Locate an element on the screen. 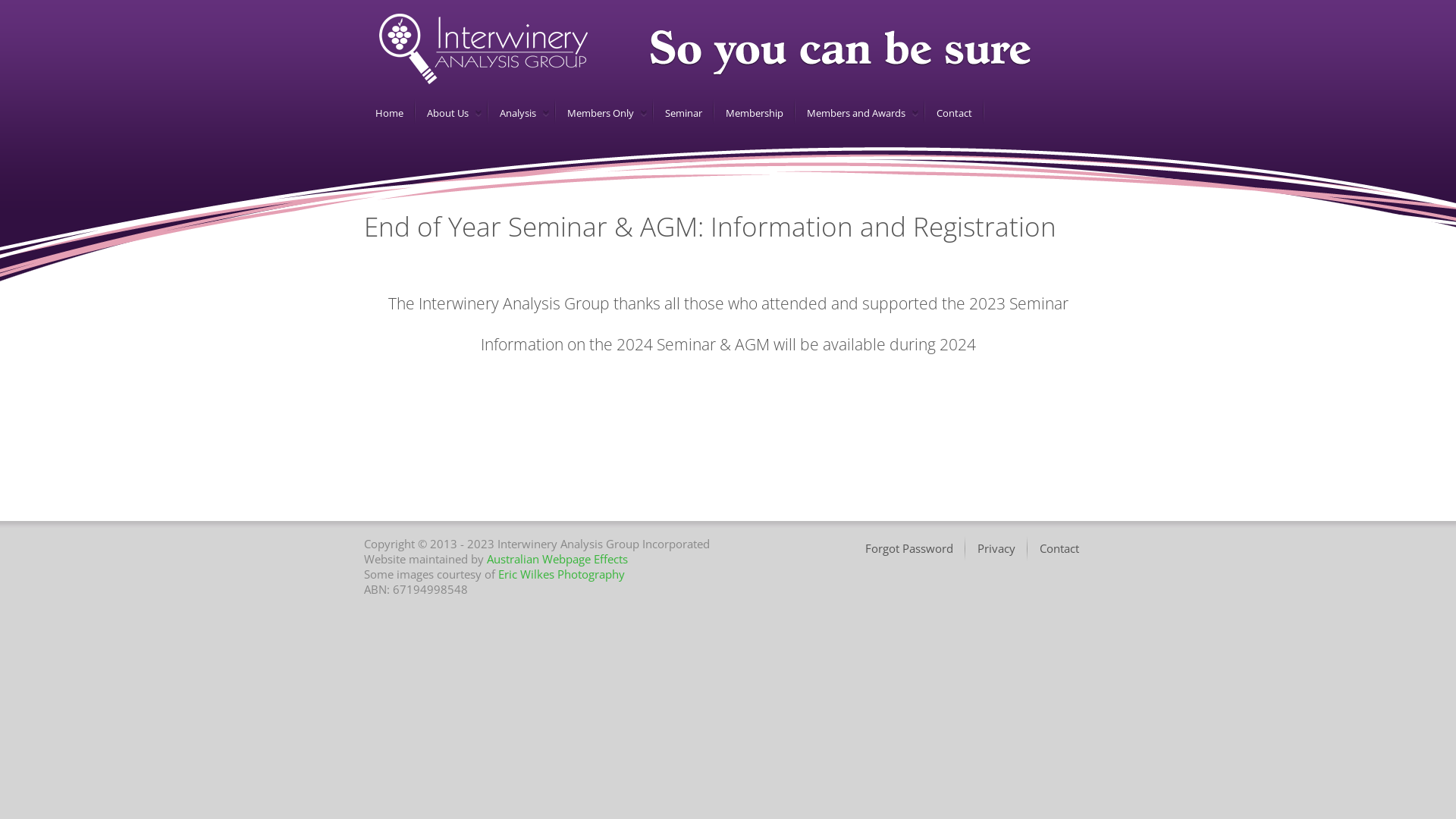  'Members and Awards' is located at coordinates (853, 112).